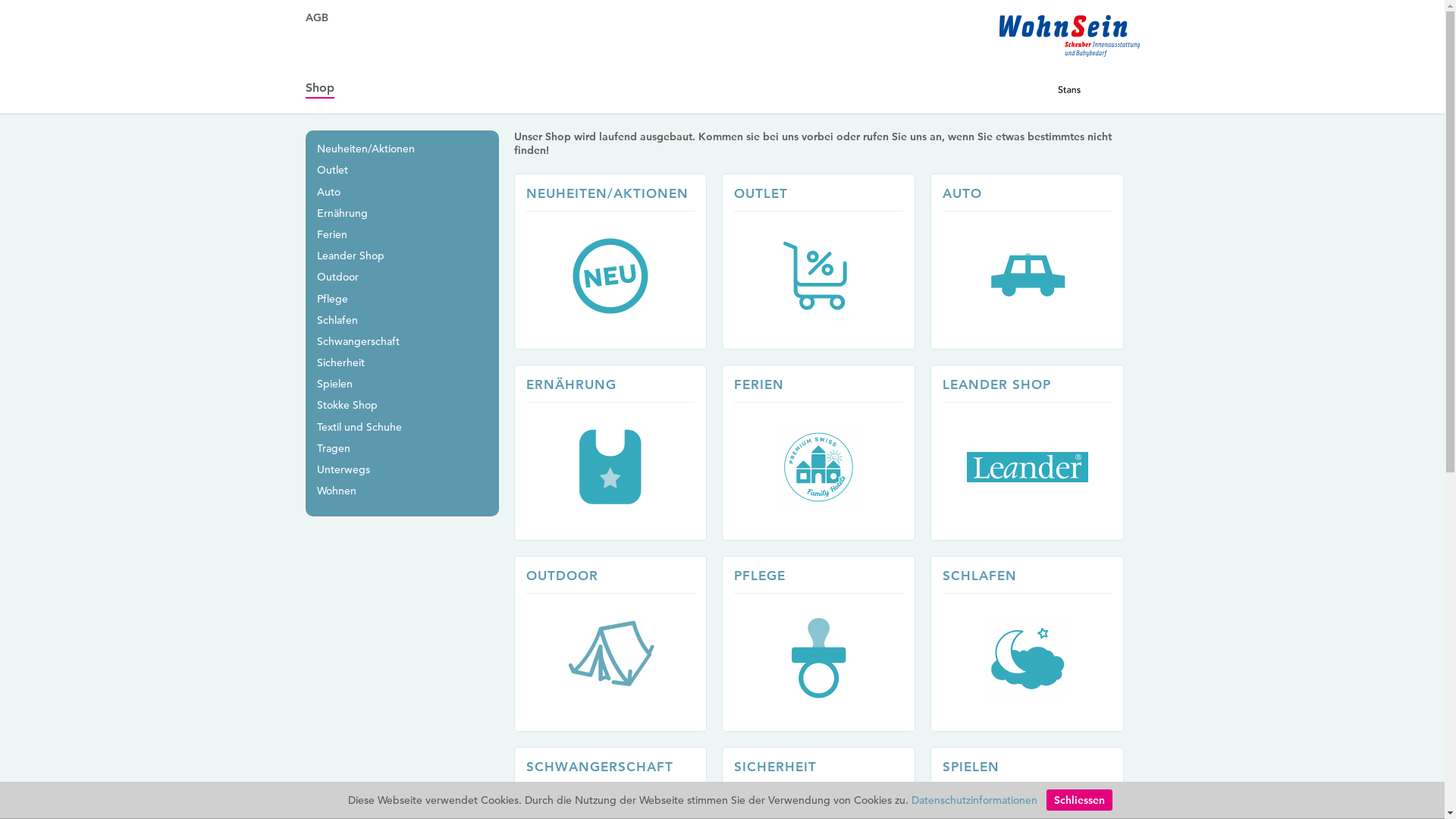  I want to click on 'Wohnen', so click(336, 491).